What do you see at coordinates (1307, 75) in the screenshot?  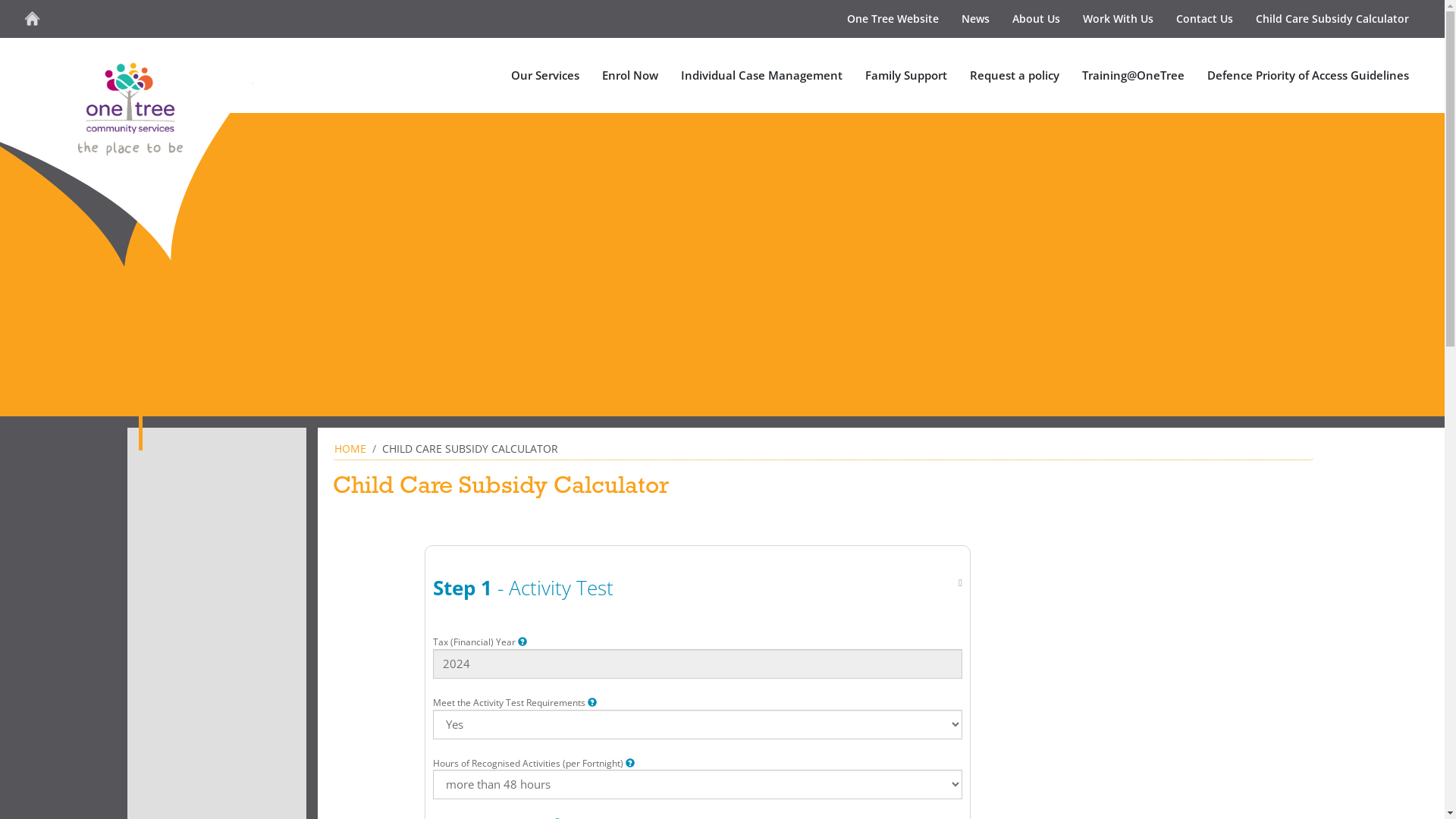 I see `'Defence Priority of Access Guidelines'` at bounding box center [1307, 75].